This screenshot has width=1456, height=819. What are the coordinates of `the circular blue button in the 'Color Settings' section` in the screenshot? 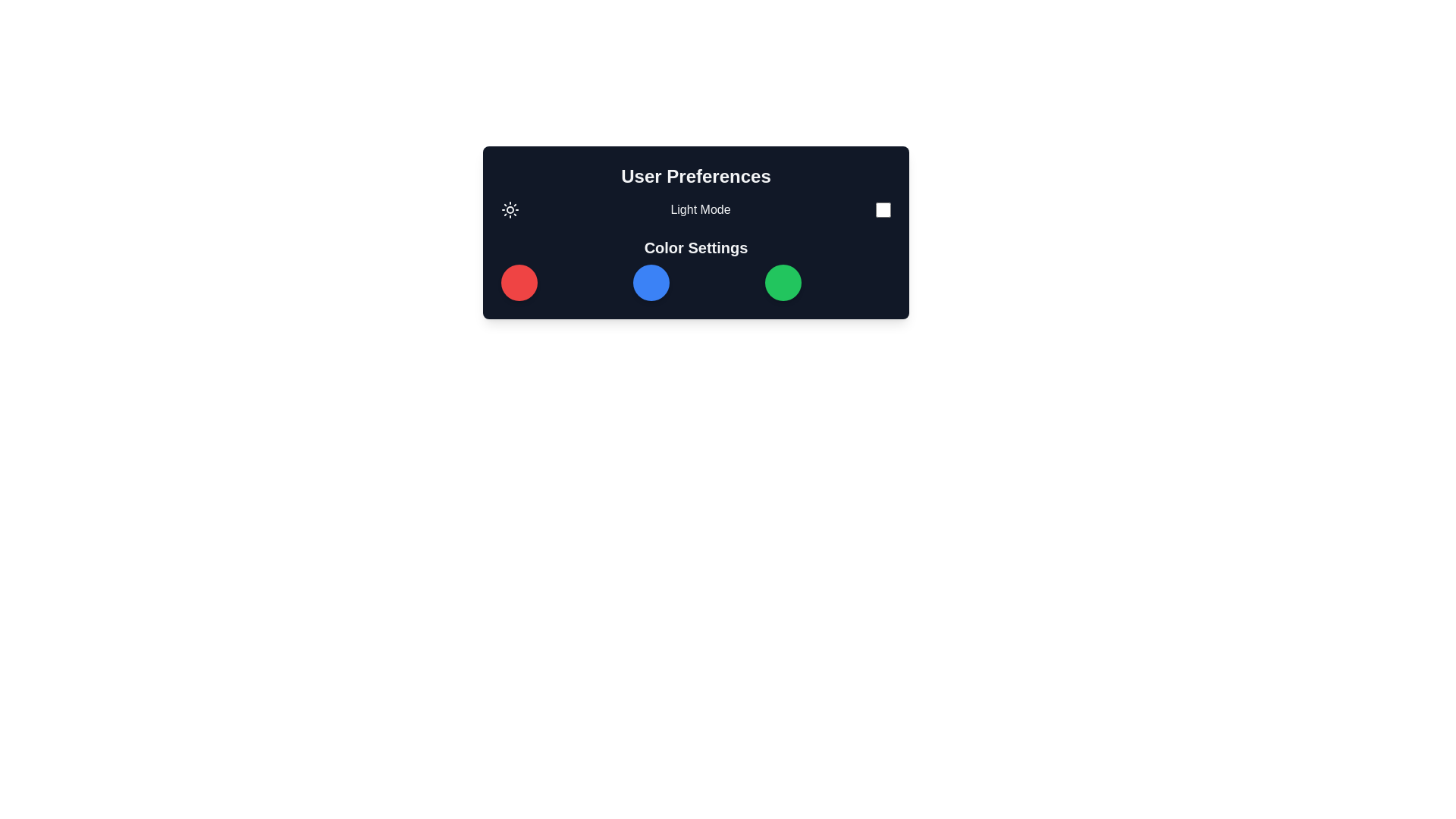 It's located at (651, 283).